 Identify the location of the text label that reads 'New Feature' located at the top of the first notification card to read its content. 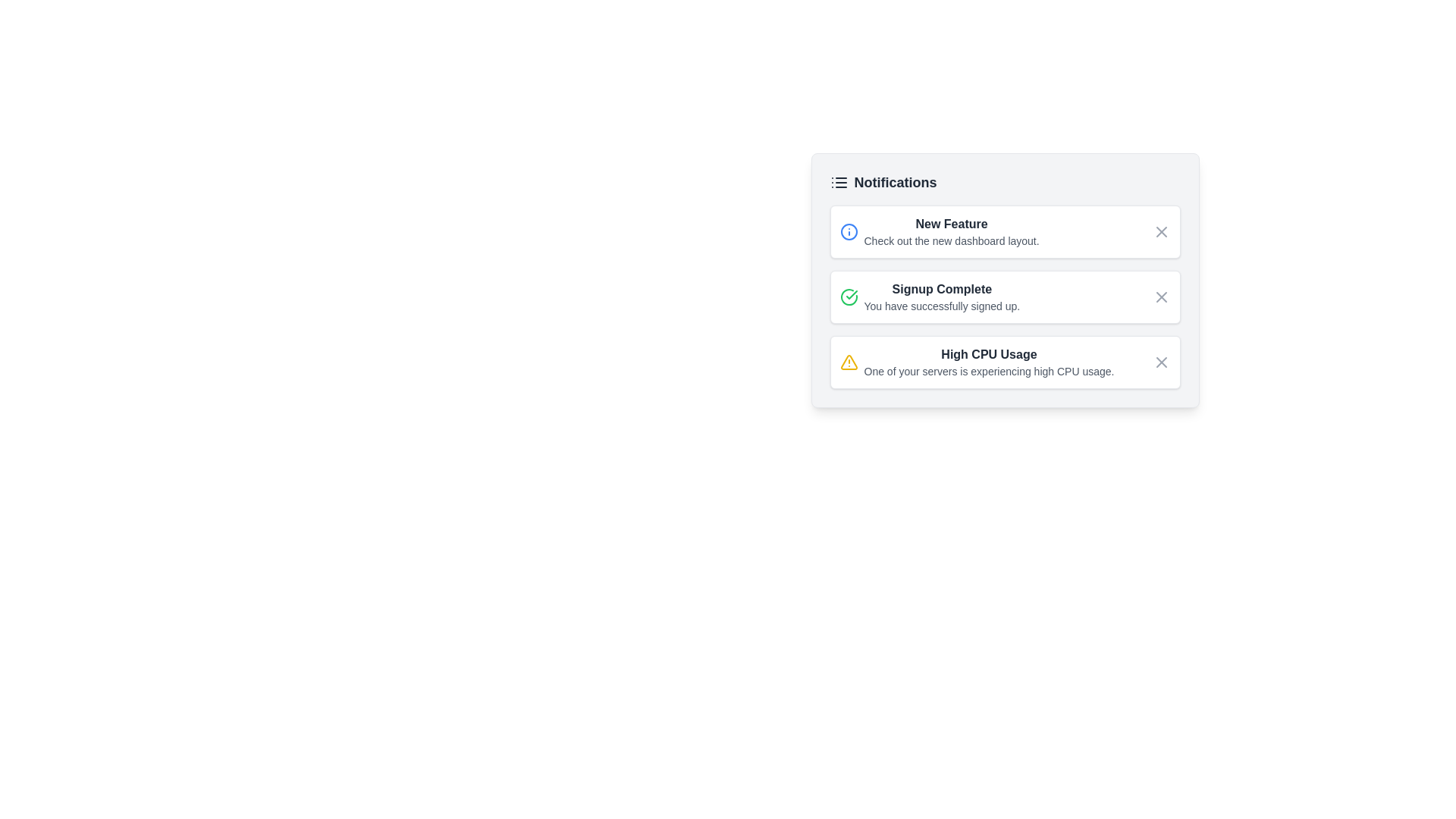
(951, 224).